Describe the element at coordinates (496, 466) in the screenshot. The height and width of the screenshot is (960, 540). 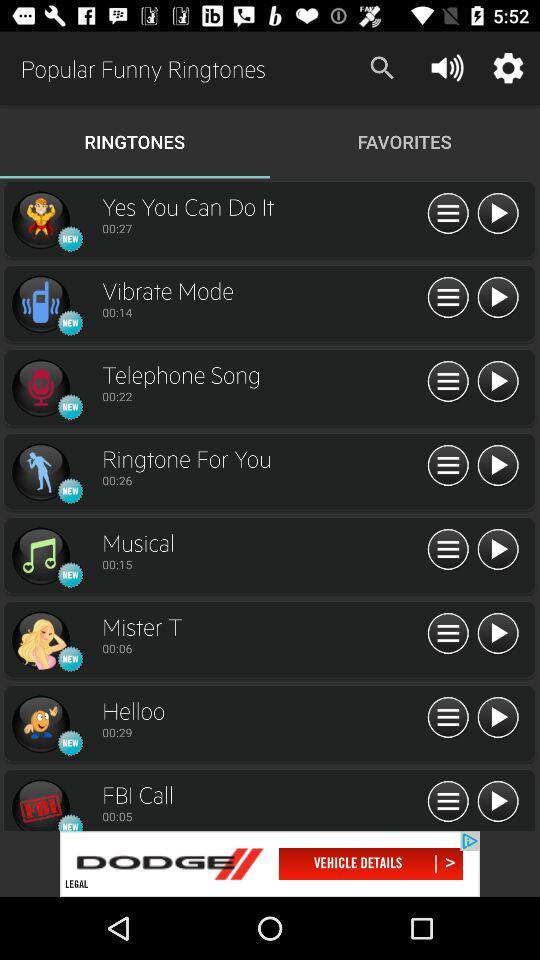
I see `button` at that location.